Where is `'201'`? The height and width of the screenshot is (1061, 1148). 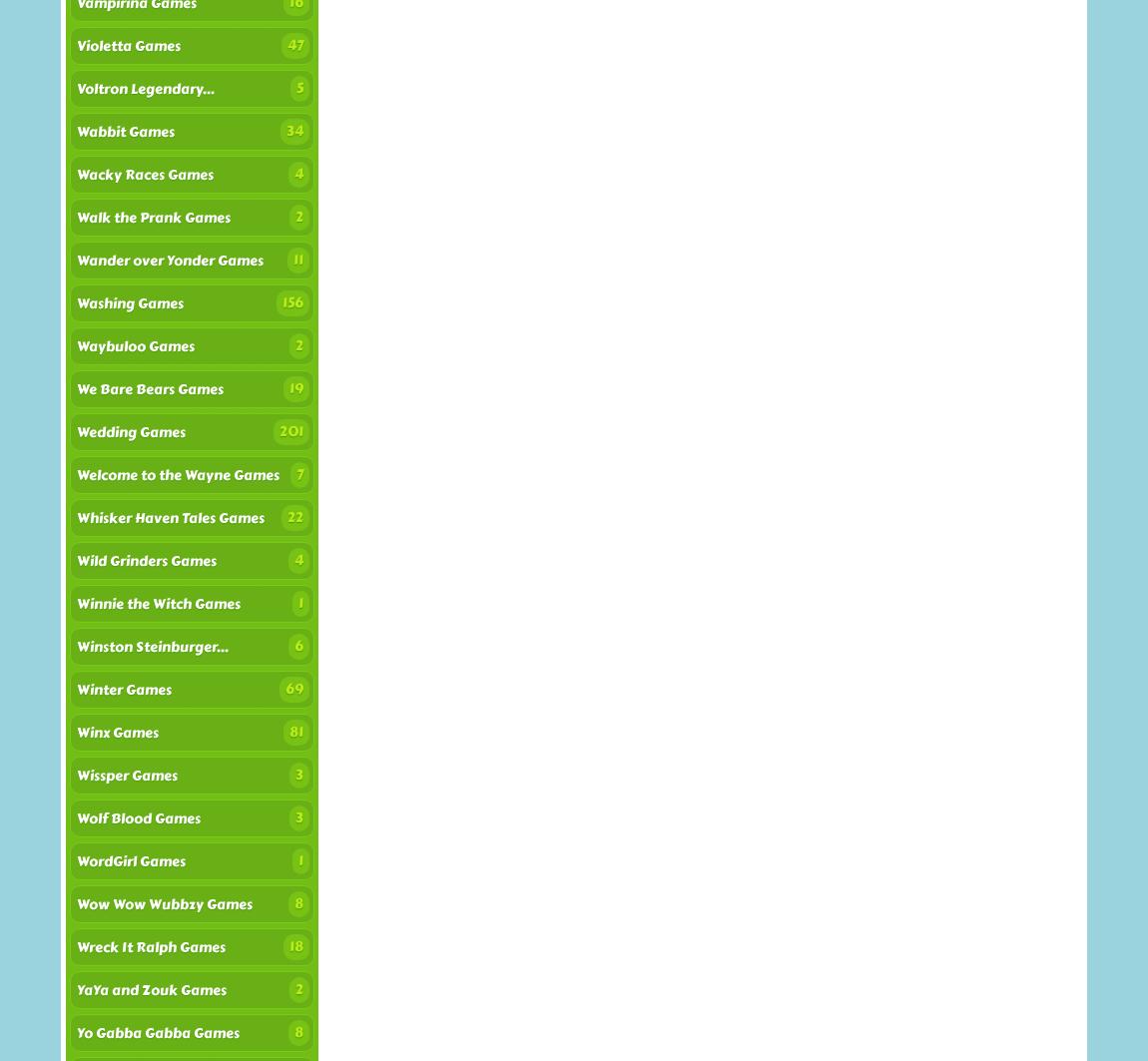
'201' is located at coordinates (290, 431).